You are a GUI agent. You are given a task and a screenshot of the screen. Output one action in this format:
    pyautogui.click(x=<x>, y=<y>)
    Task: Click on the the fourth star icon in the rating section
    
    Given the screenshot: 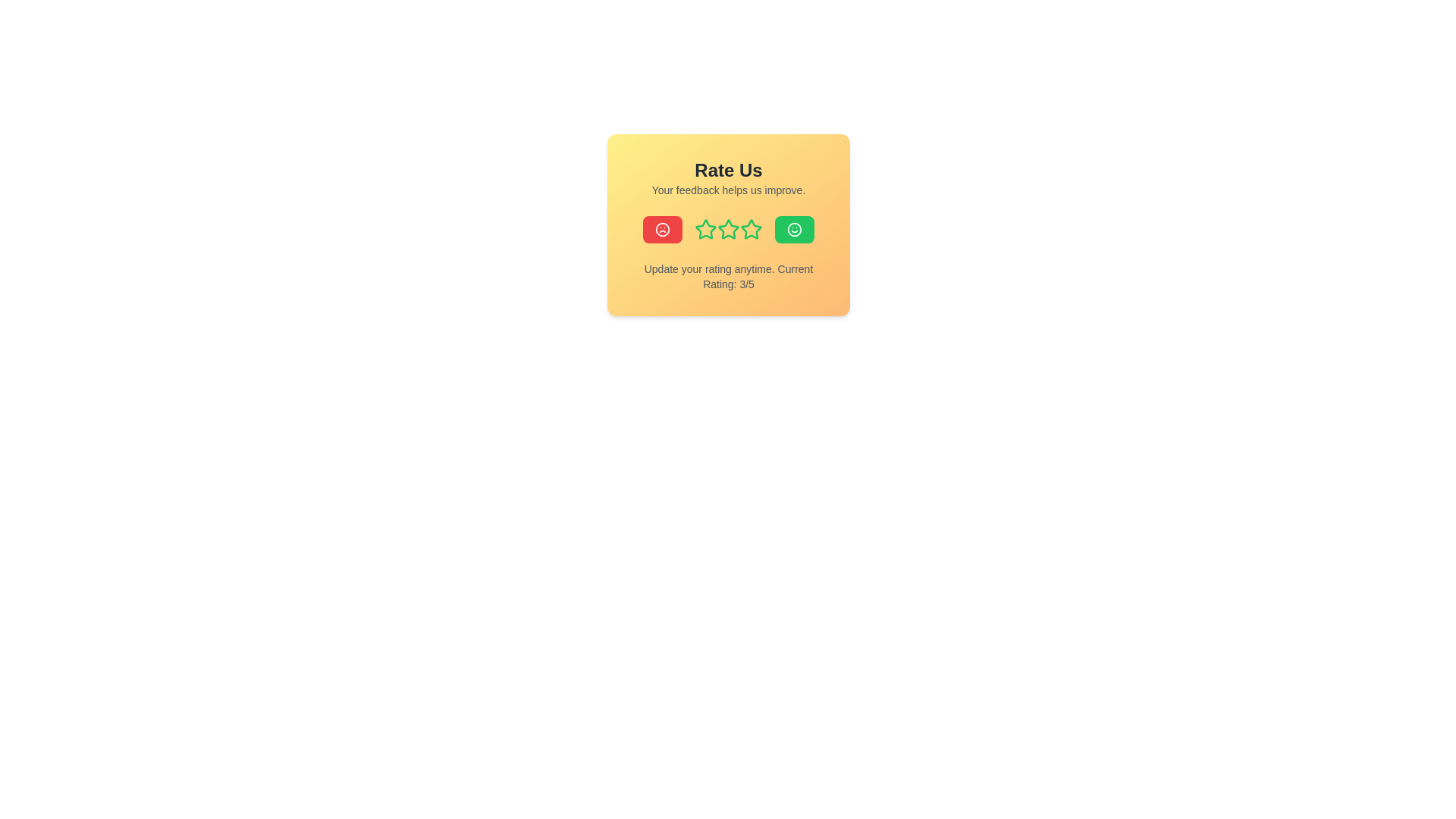 What is the action you would take?
    pyautogui.click(x=751, y=230)
    